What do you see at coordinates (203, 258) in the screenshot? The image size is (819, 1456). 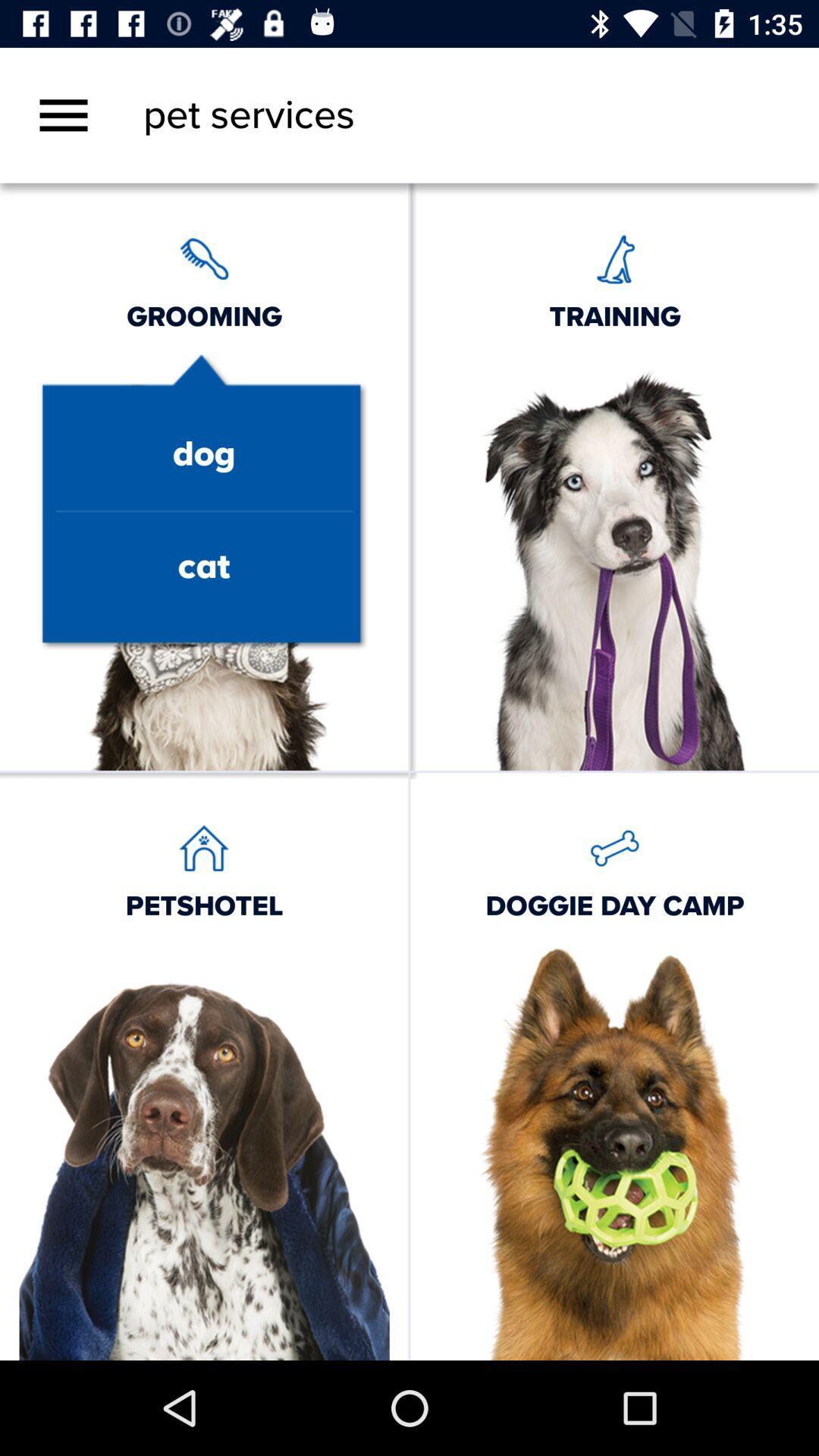 I see `the icon which is above the text grooming` at bounding box center [203, 258].